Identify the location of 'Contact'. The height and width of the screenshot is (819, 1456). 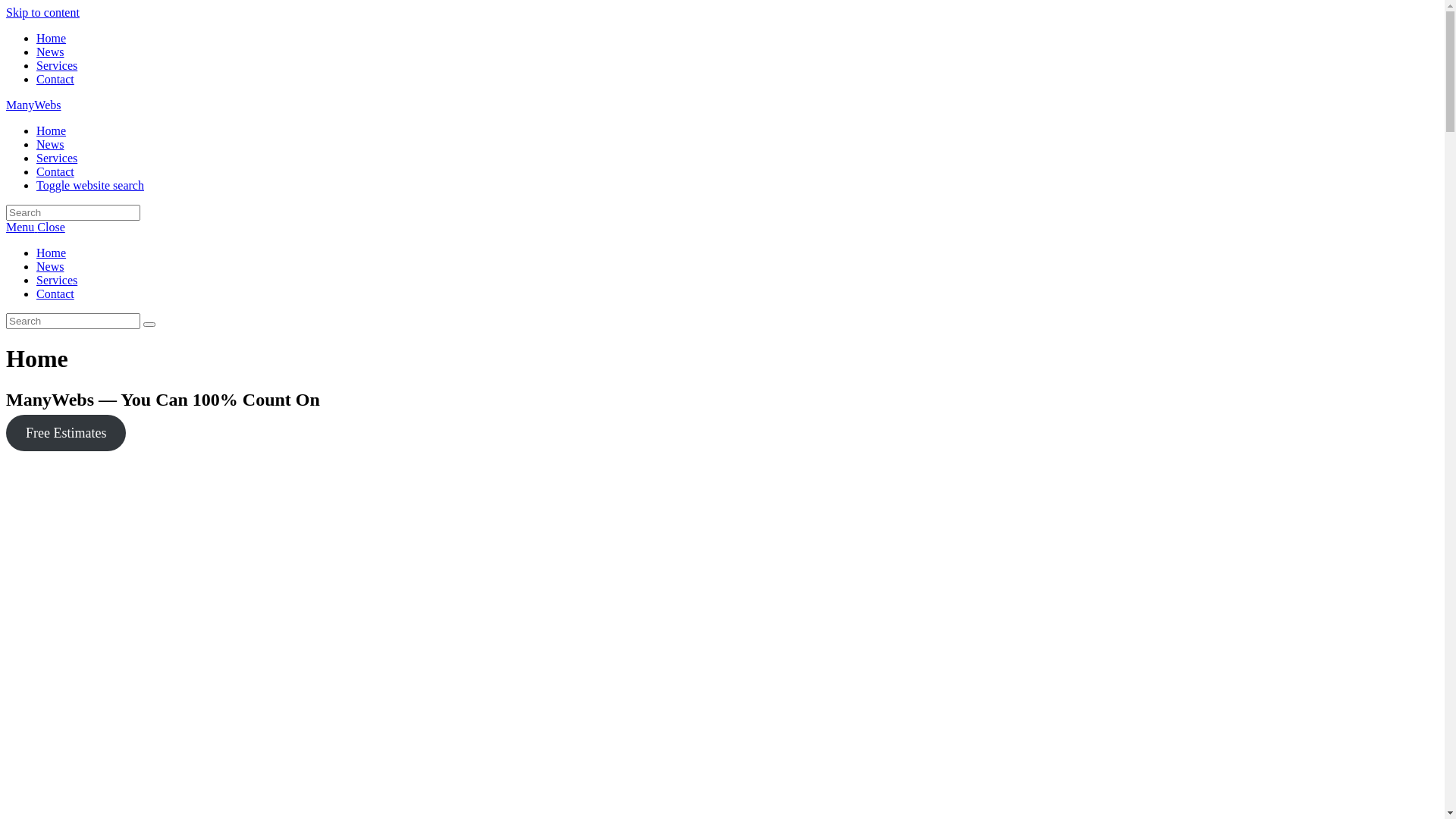
(55, 79).